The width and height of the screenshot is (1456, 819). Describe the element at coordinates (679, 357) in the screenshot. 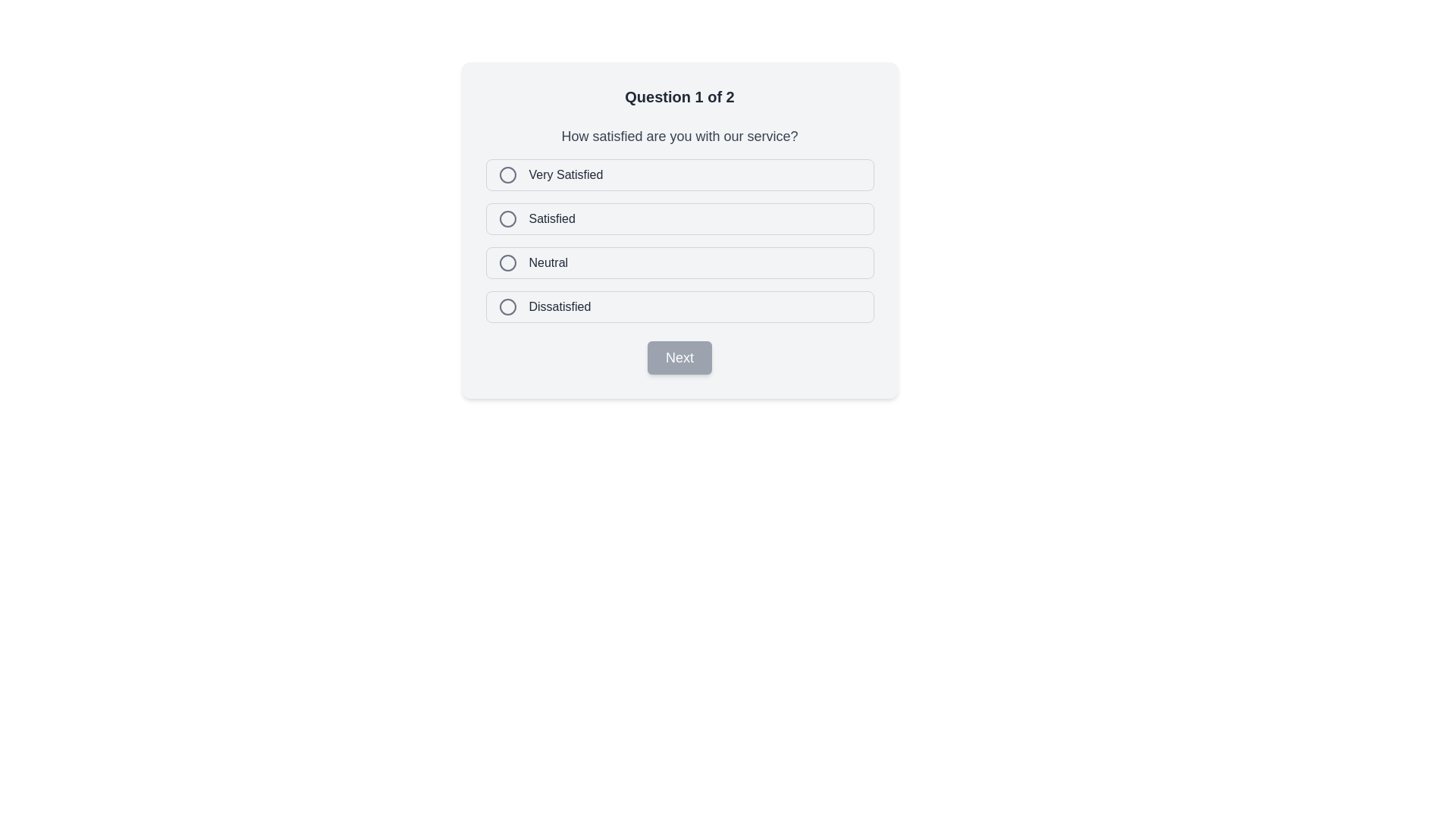

I see `the navigation button located beneath the radio button options, which allows users to proceed to the next page or step` at that location.